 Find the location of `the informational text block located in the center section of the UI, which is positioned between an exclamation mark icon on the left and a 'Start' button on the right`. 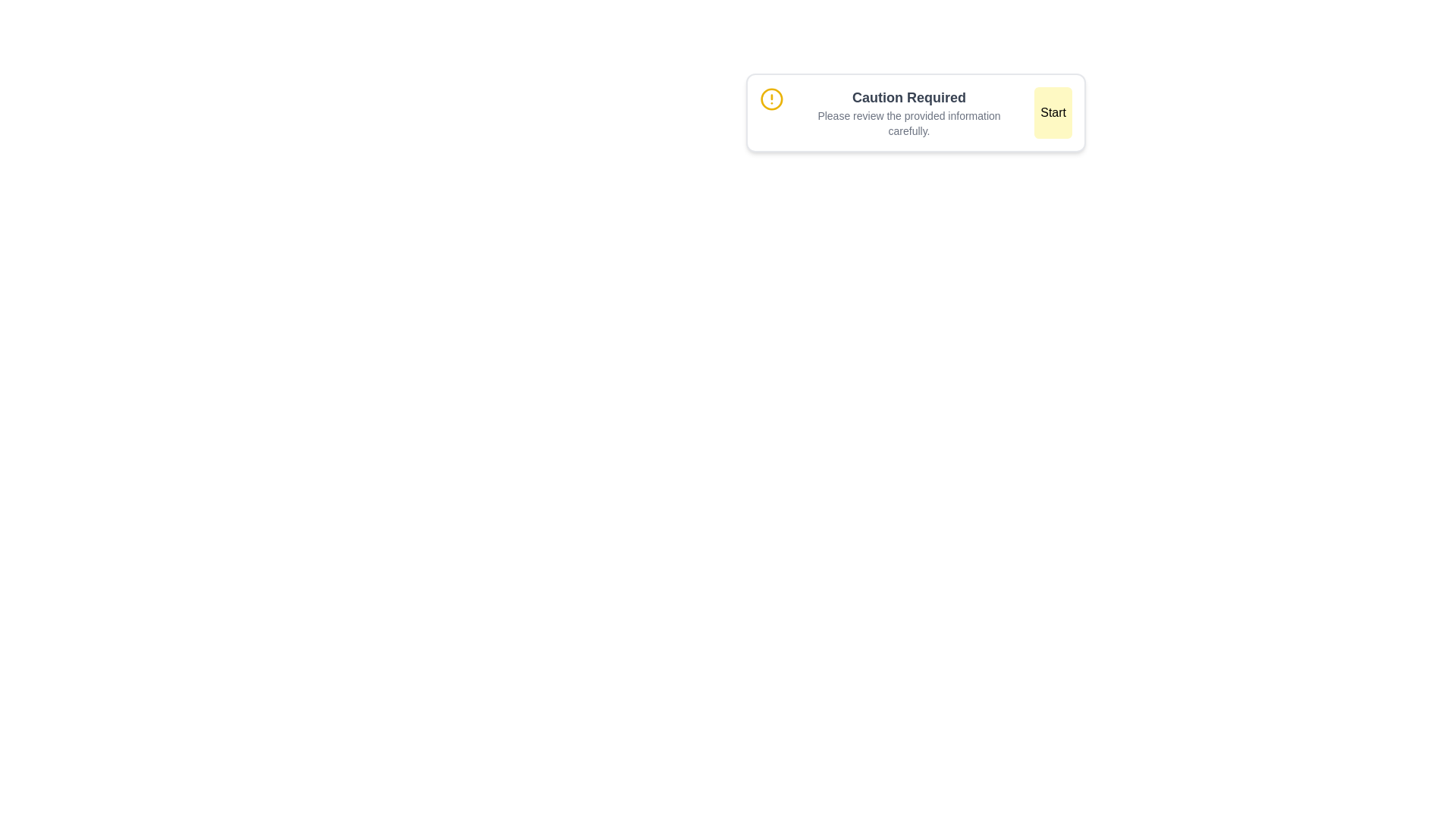

the informational text block located in the center section of the UI, which is positioned between an exclamation mark icon on the left and a 'Start' button on the right is located at coordinates (909, 112).